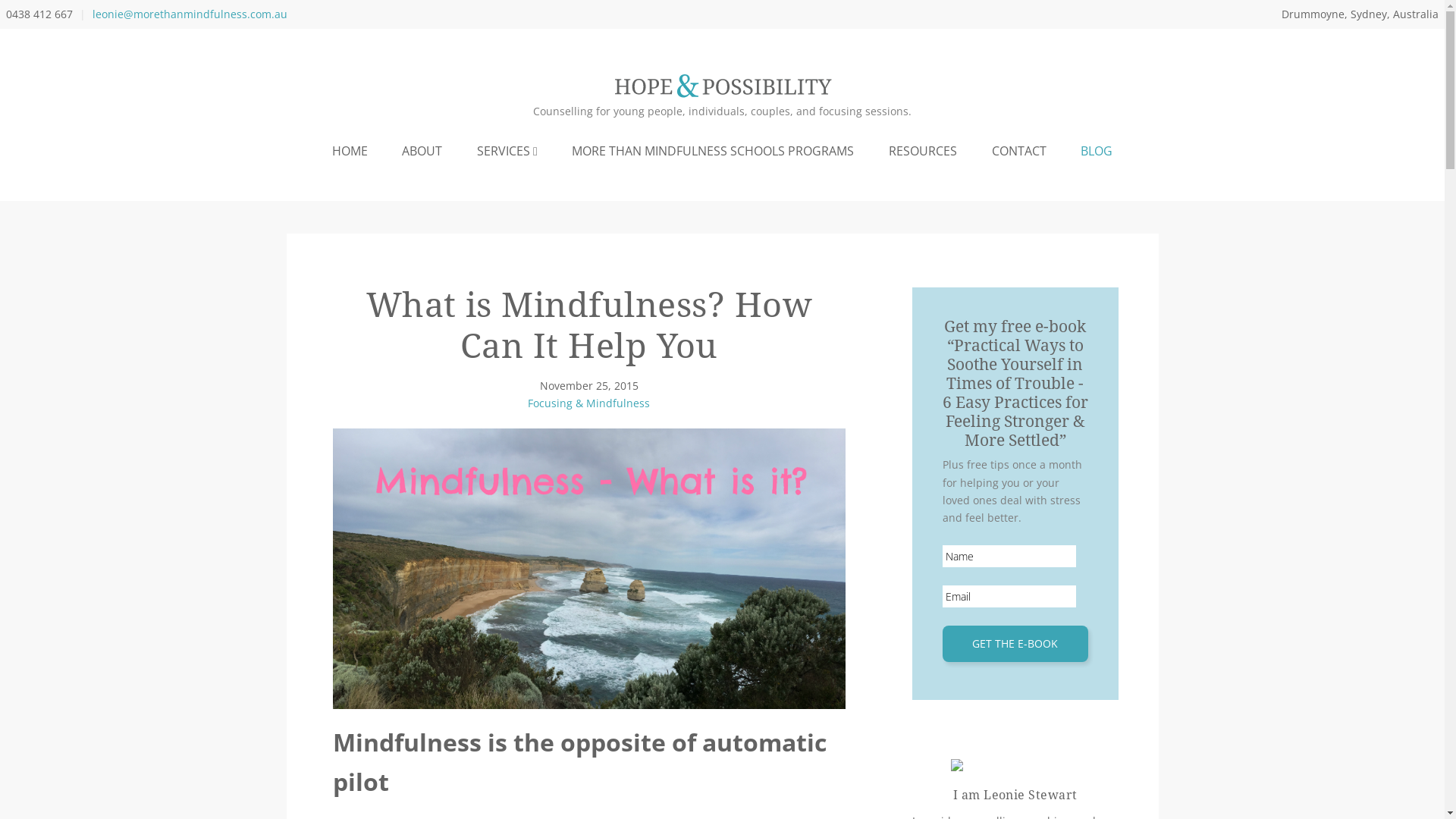 The image size is (1456, 819). What do you see at coordinates (189, 14) in the screenshot?
I see `'leonie@morethanmindfulness.com.au'` at bounding box center [189, 14].